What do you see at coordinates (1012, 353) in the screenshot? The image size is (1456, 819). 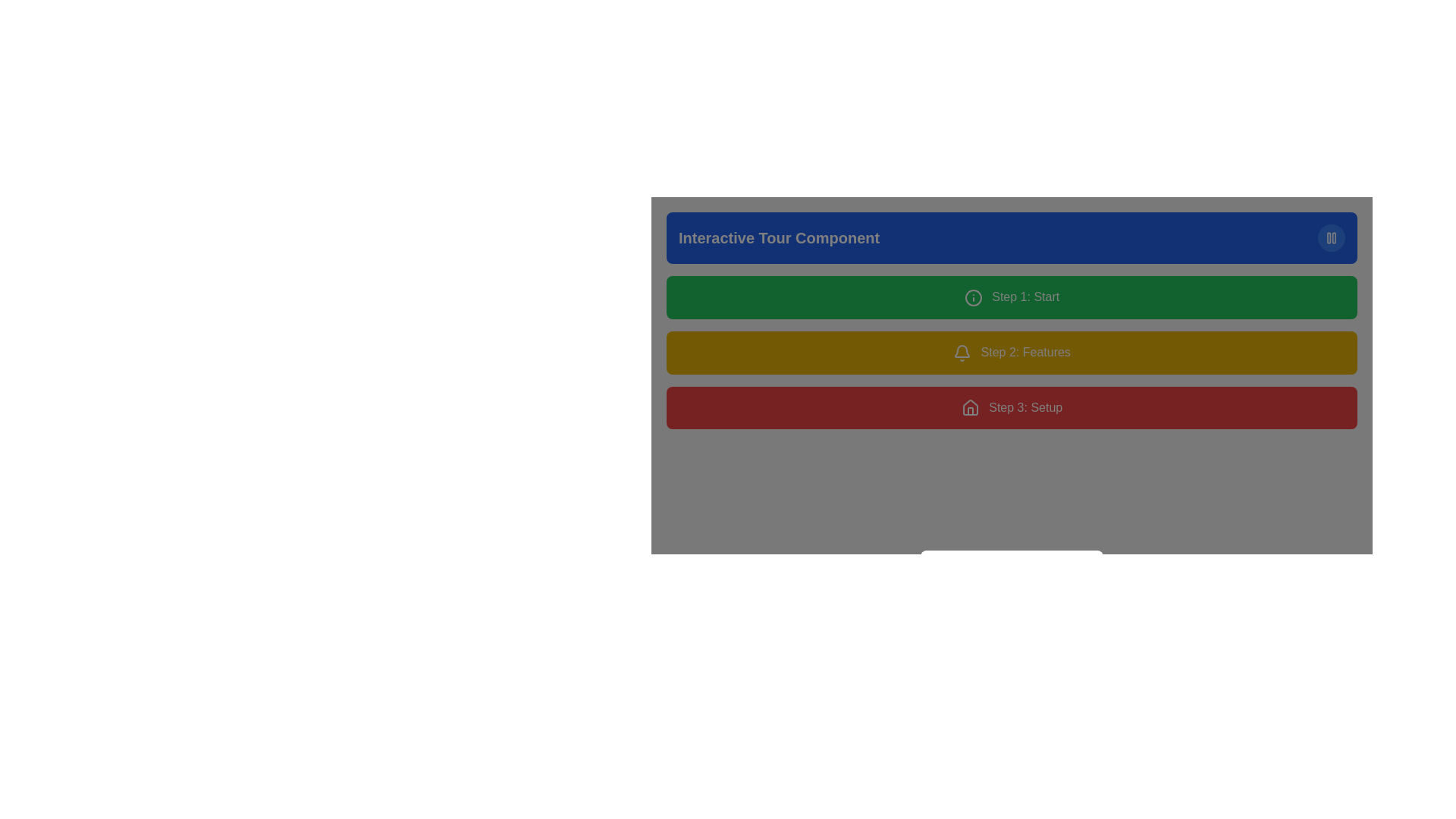 I see `the Label with icon that has a yellow background and contains the text 'Step 2: Features' accompanied by a bell icon` at bounding box center [1012, 353].